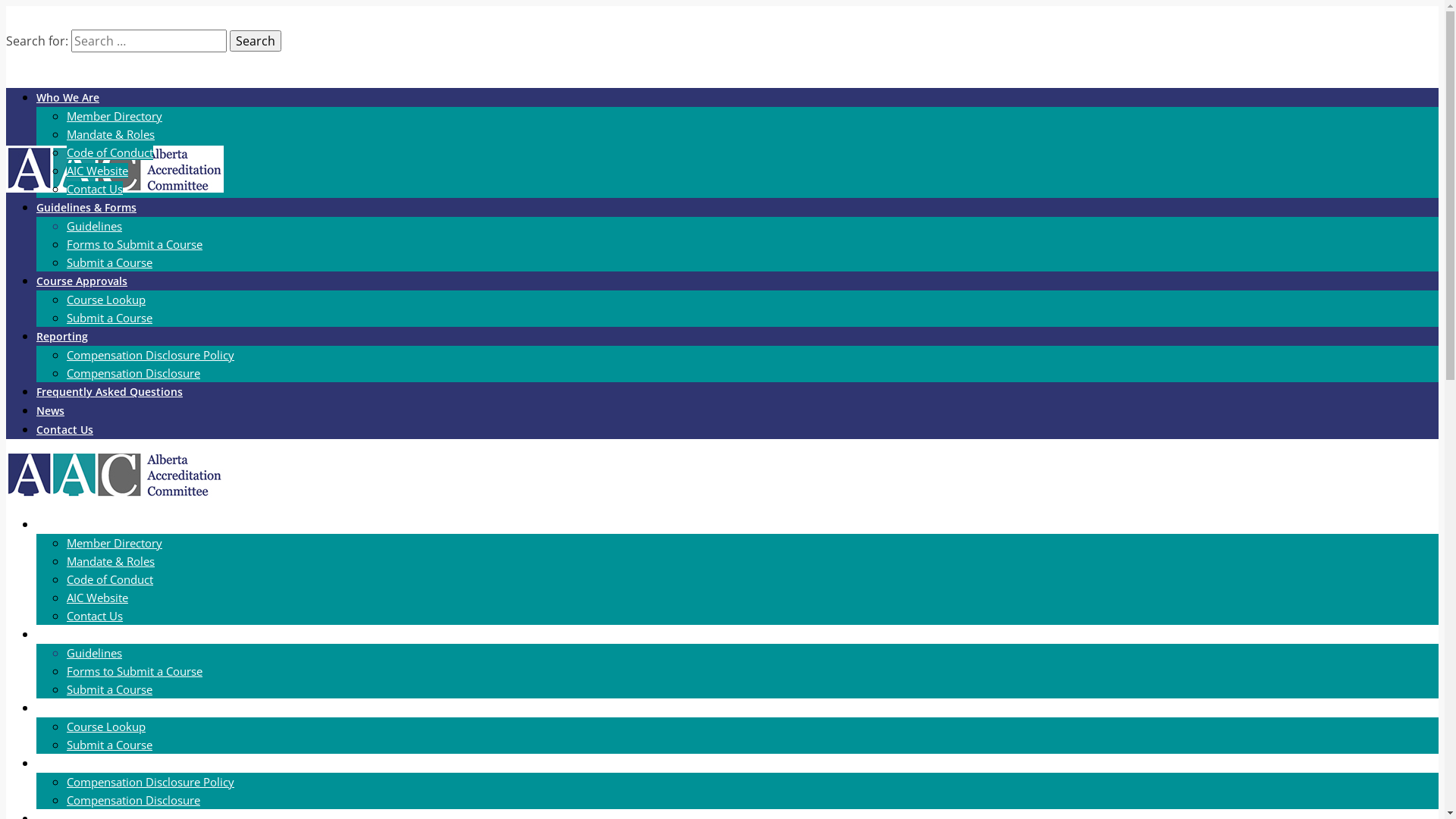 Image resolution: width=1456 pixels, height=819 pixels. What do you see at coordinates (108, 579) in the screenshot?
I see `'Code of Conduct'` at bounding box center [108, 579].